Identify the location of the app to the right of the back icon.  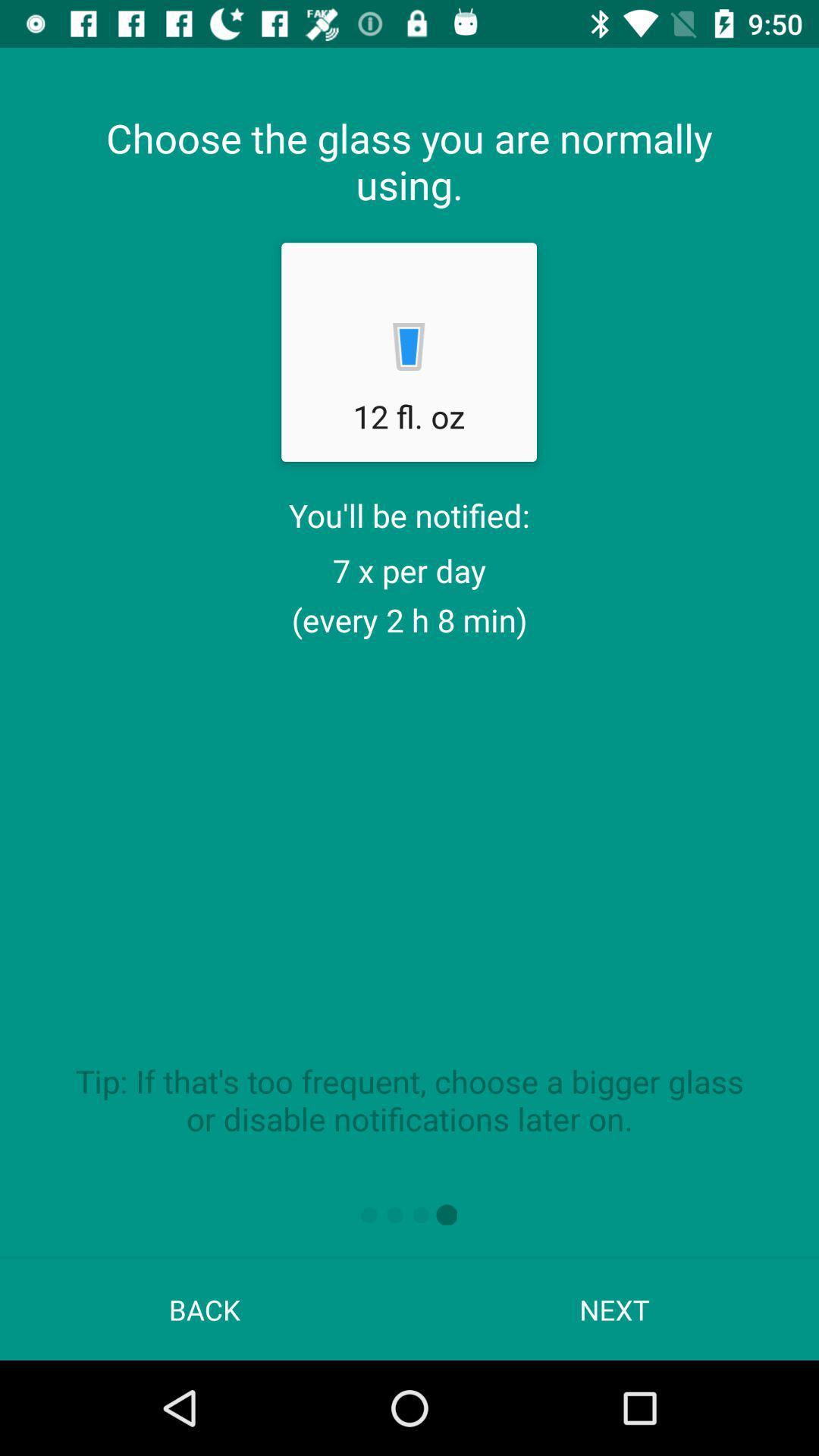
(614, 1309).